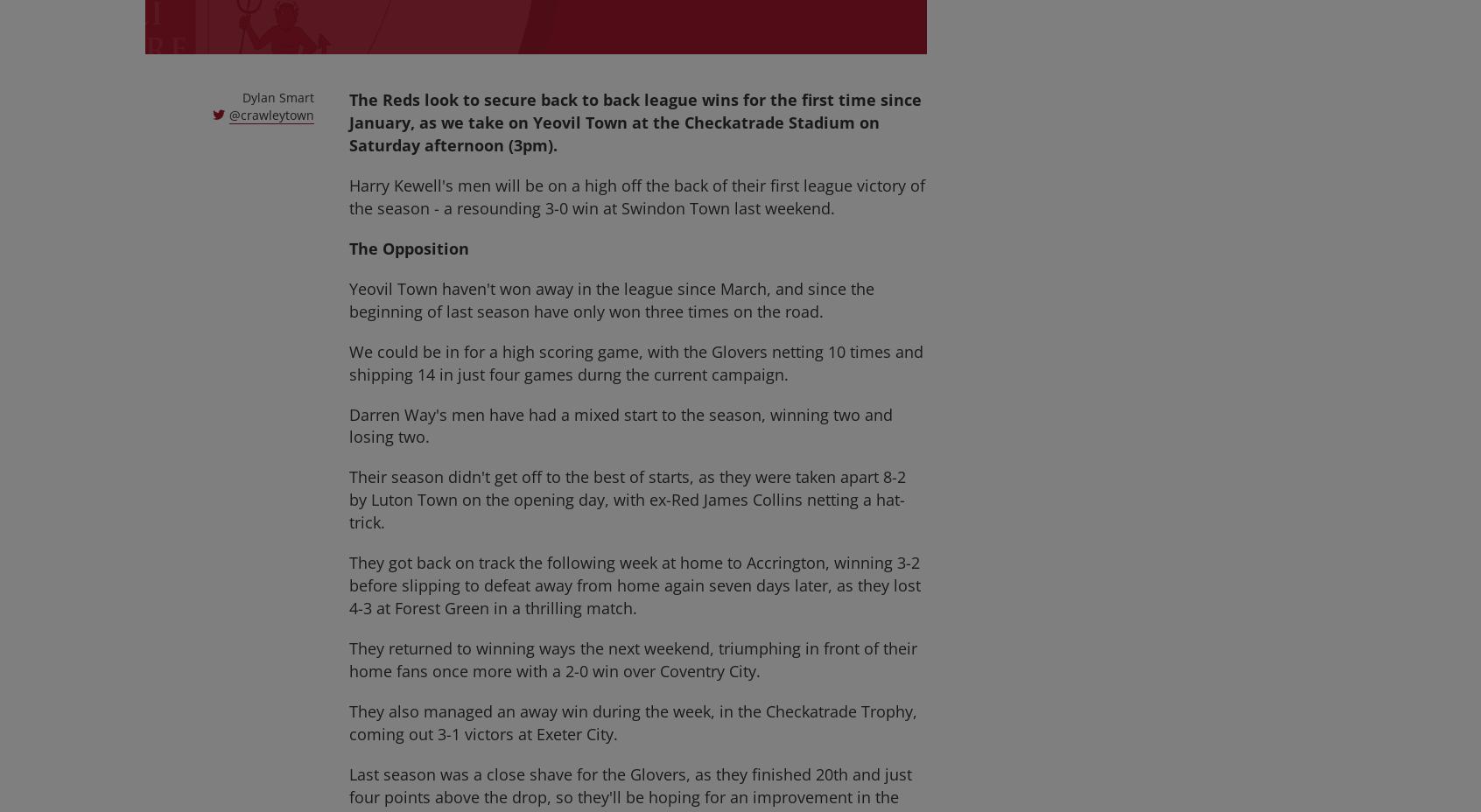 This screenshot has width=1481, height=812. I want to click on 'Dylan Smart', so click(277, 95).